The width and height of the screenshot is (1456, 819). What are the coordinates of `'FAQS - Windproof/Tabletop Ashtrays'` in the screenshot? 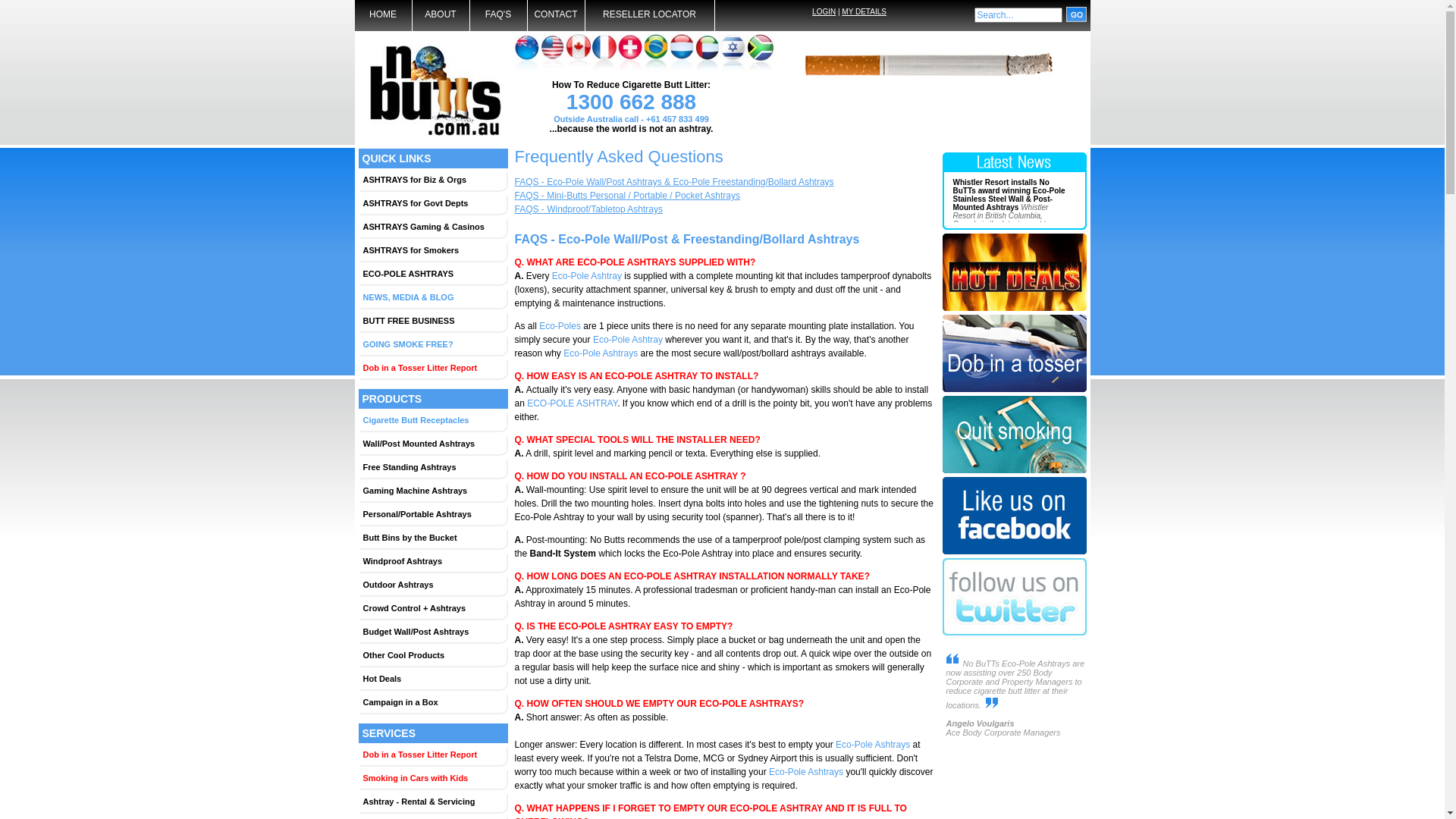 It's located at (587, 209).